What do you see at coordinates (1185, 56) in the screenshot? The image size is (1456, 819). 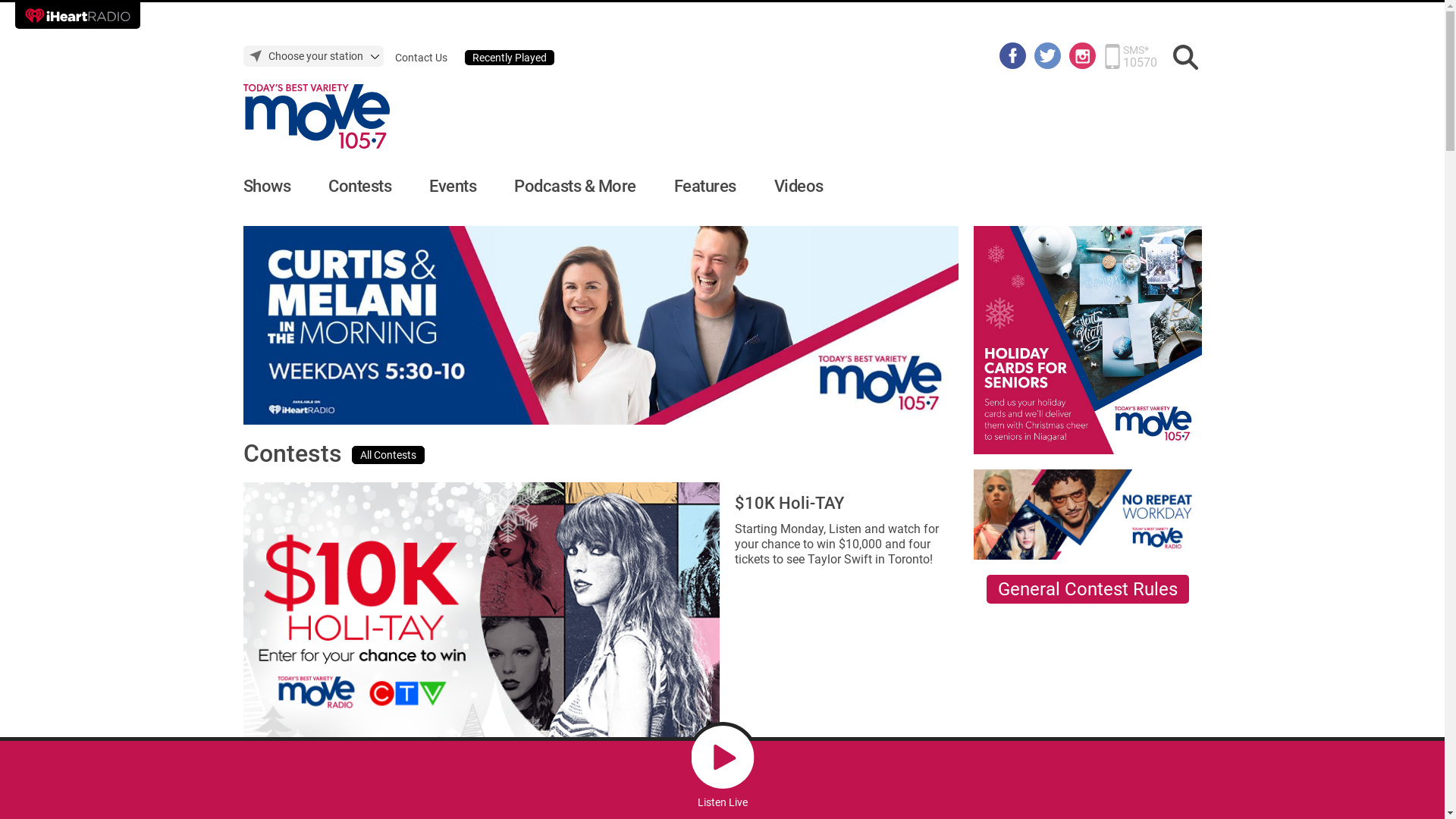 I see `'Search...'` at bounding box center [1185, 56].